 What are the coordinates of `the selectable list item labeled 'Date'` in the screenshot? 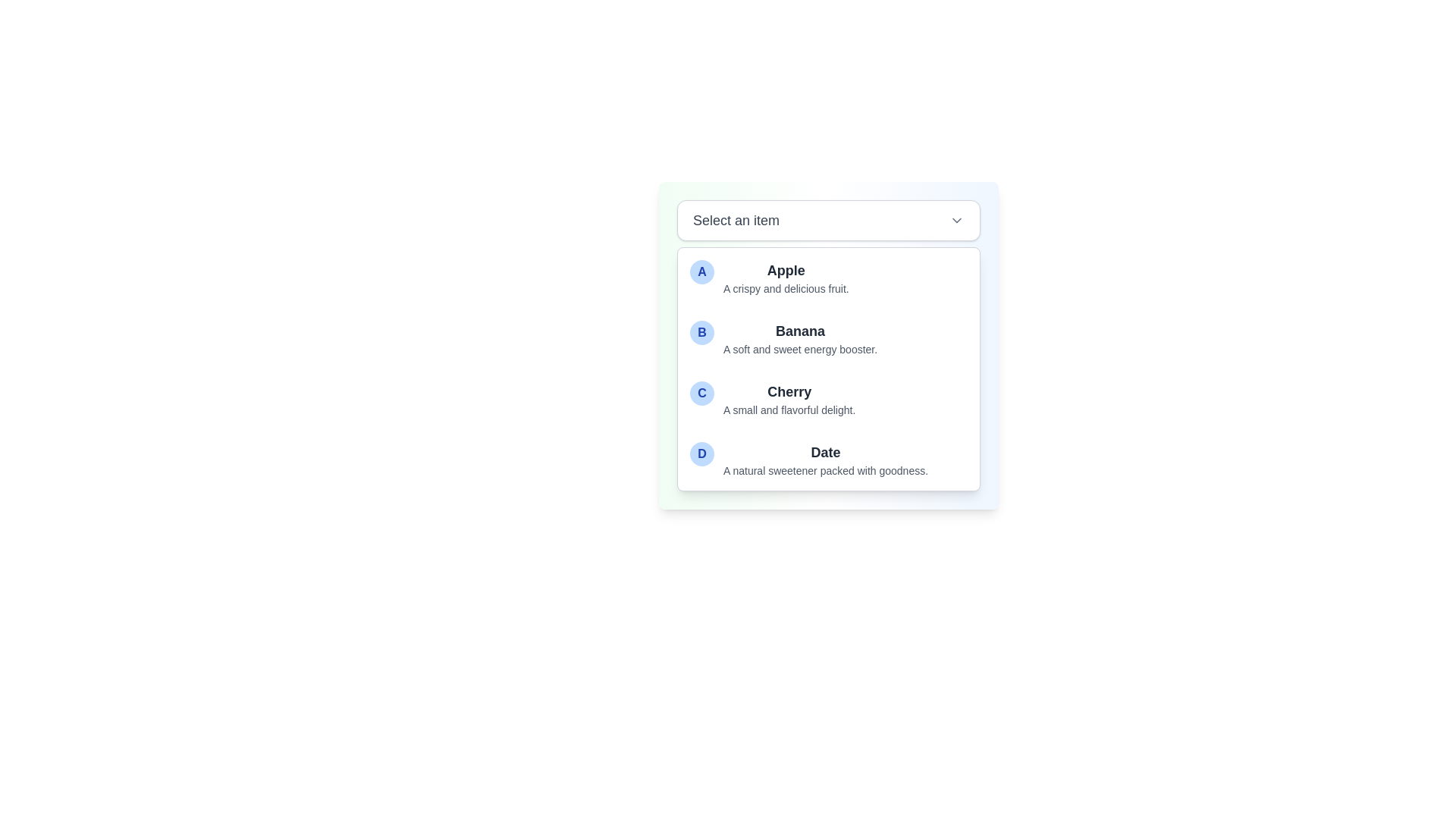 It's located at (828, 459).